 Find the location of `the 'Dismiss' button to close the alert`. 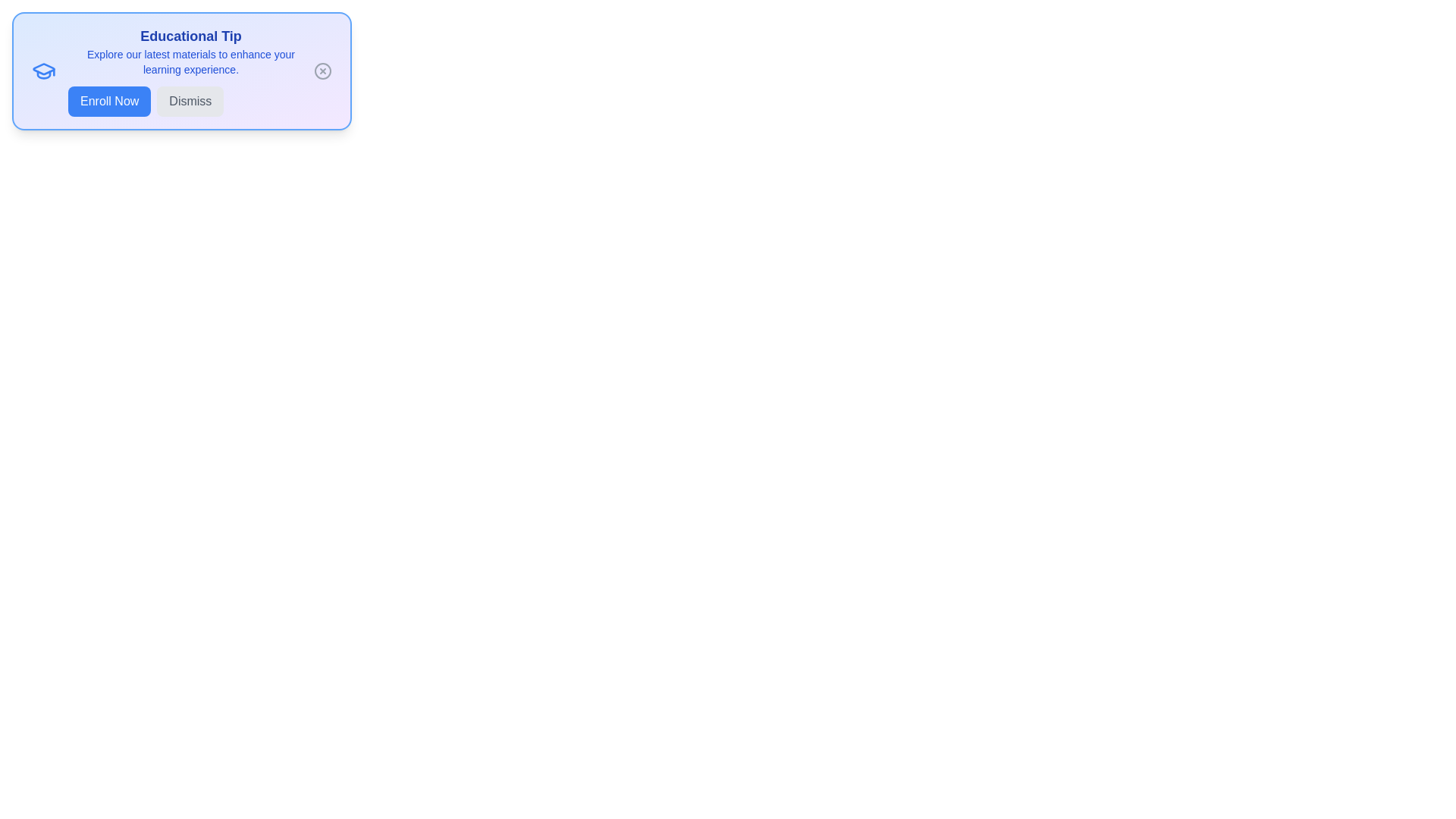

the 'Dismiss' button to close the alert is located at coordinates (190, 102).